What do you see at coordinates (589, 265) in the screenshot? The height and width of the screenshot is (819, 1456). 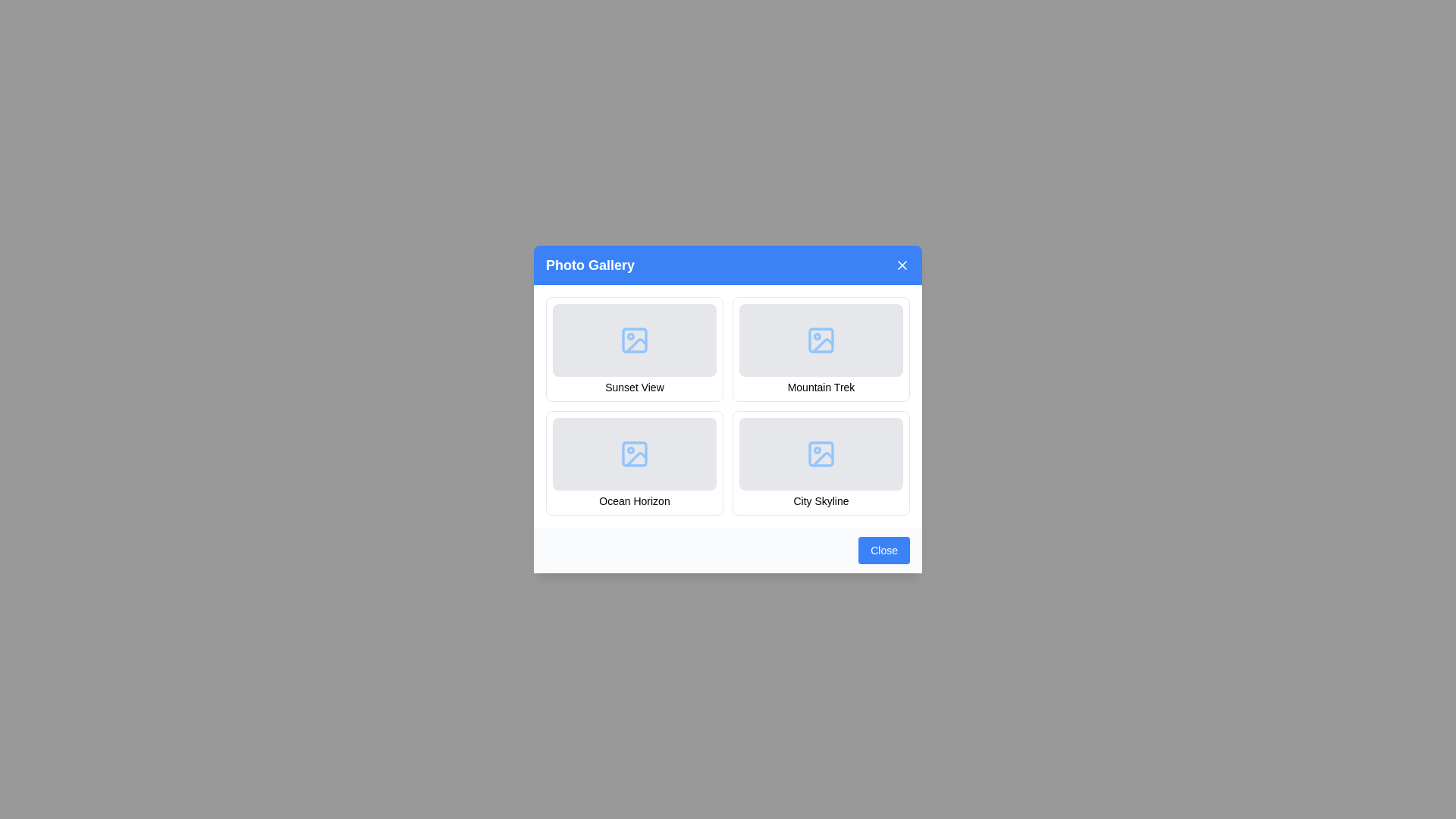 I see `the title label located on the left side of the blue header bar at the top of the modal interface` at bounding box center [589, 265].